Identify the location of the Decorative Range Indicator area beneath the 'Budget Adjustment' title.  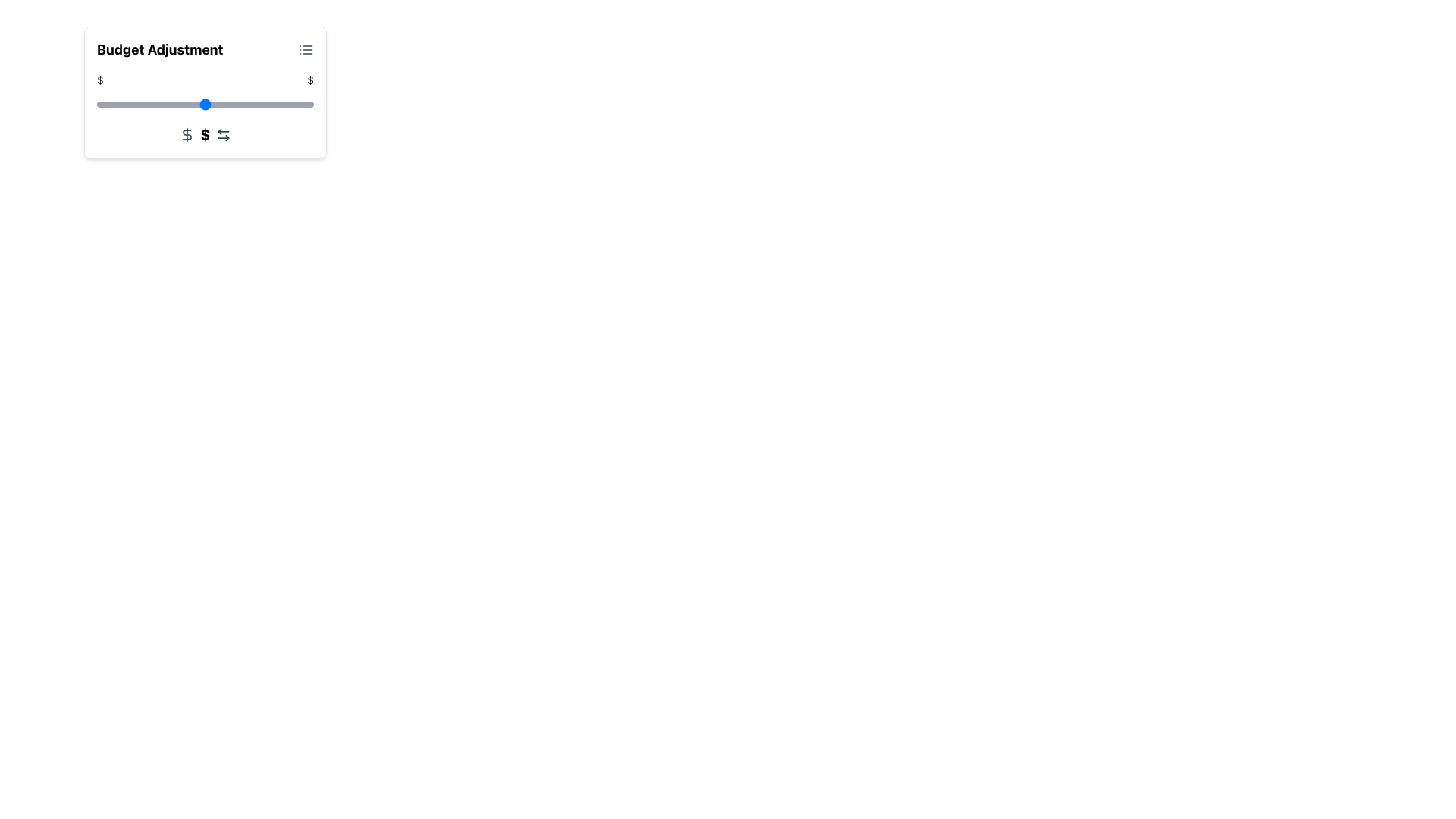
(204, 80).